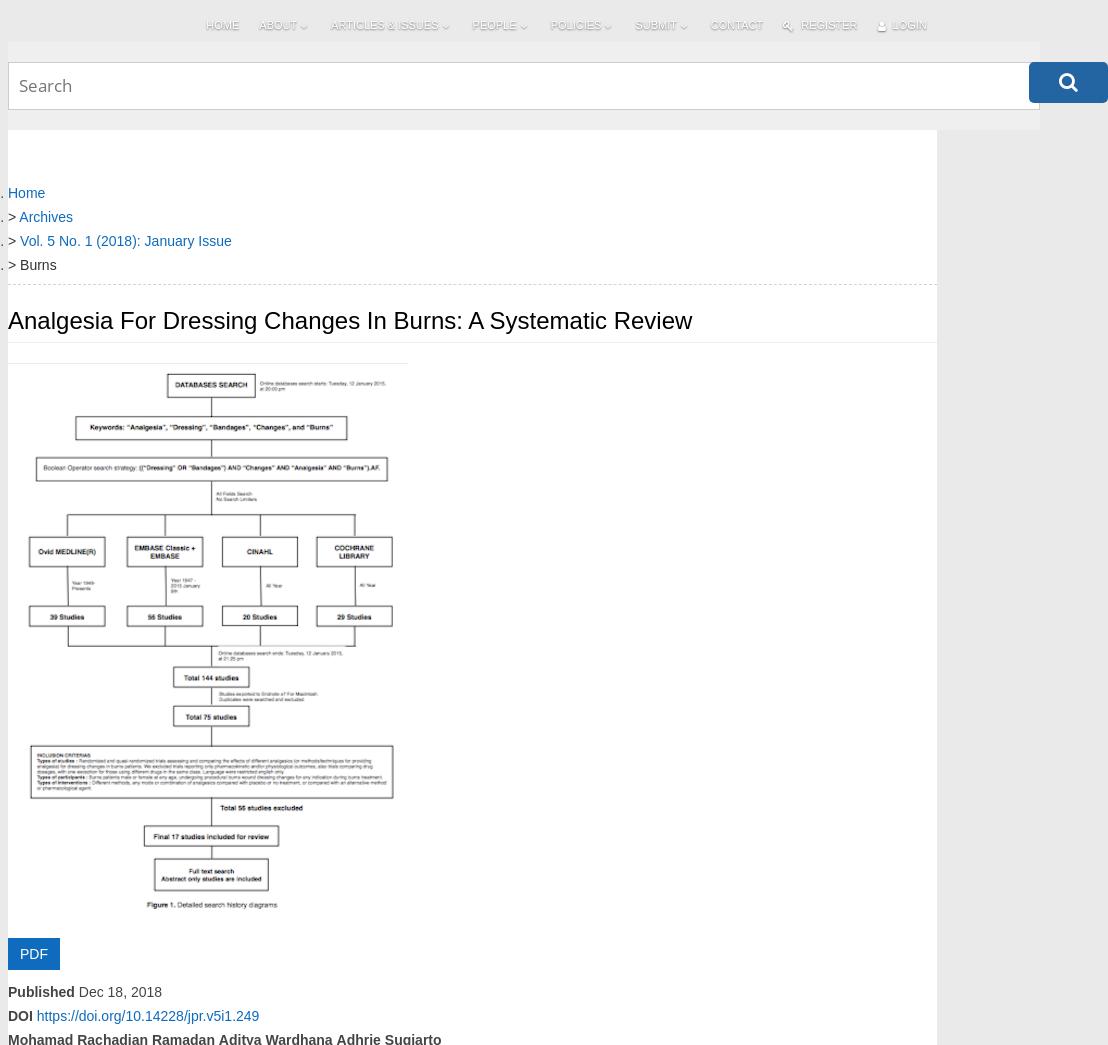 The image size is (1108, 1045). Describe the element at coordinates (26, 191) in the screenshot. I see `'Home'` at that location.